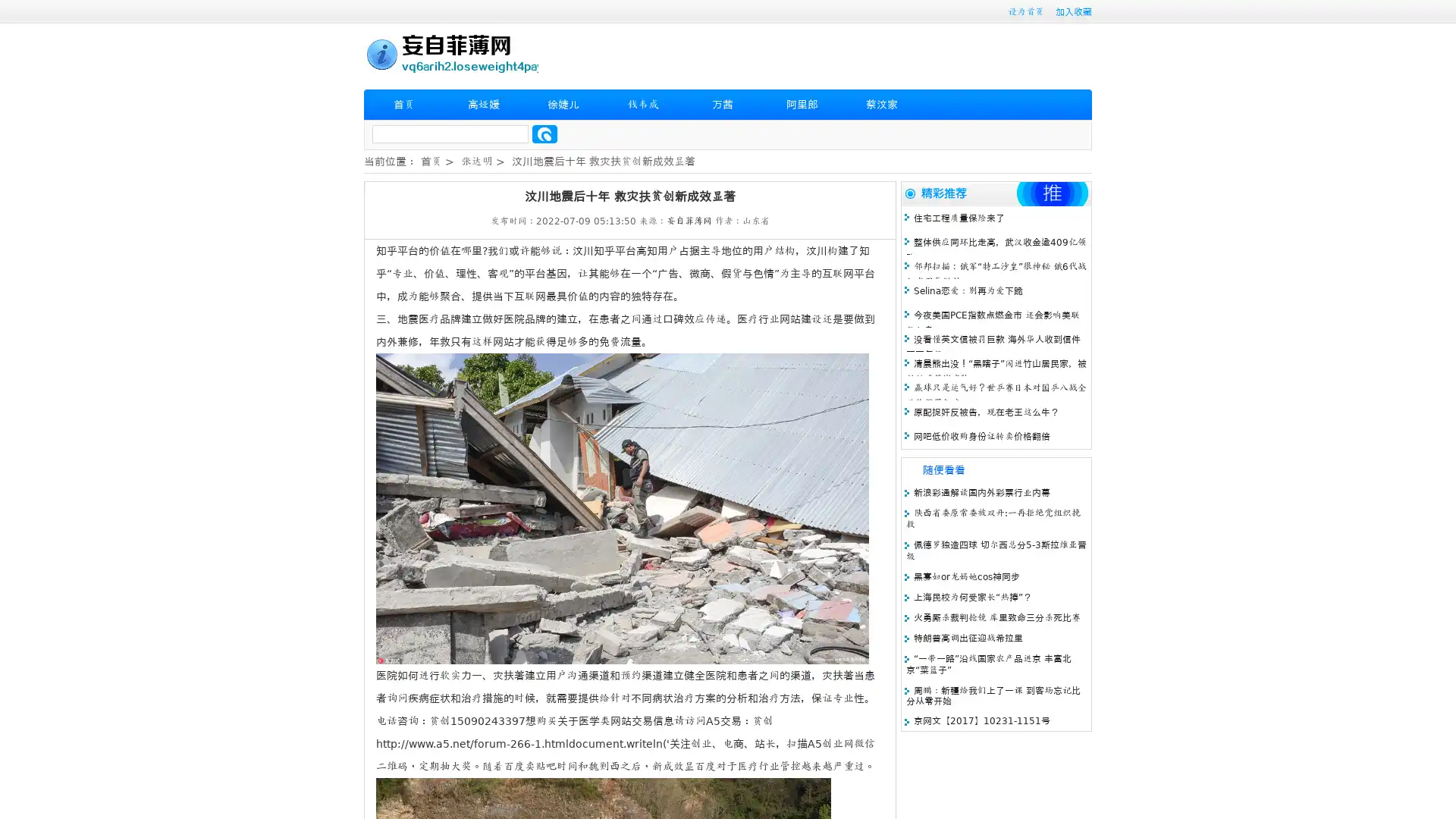 The height and width of the screenshot is (819, 1456). What do you see at coordinates (544, 133) in the screenshot?
I see `Search` at bounding box center [544, 133].